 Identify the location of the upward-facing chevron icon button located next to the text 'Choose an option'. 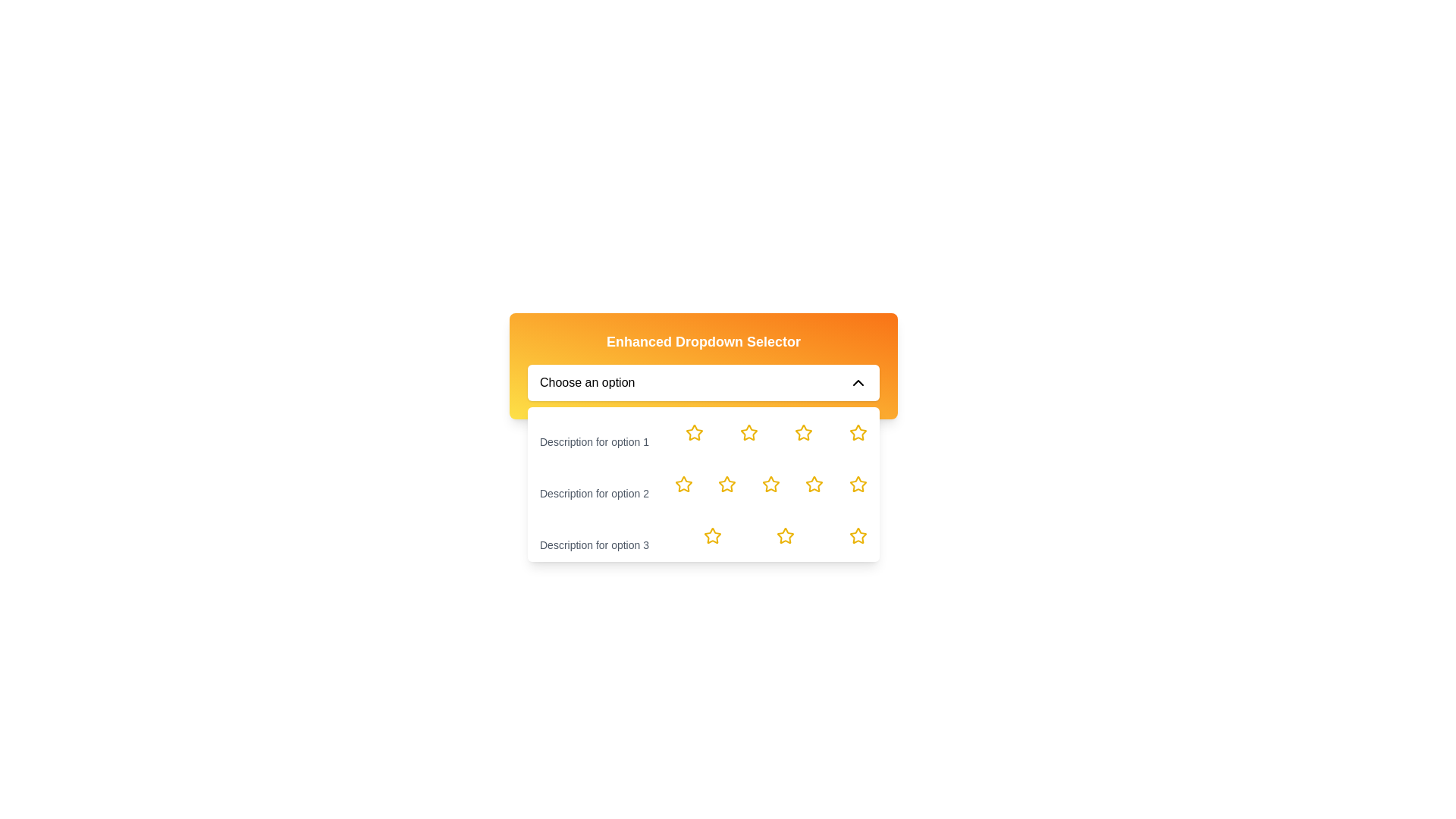
(858, 382).